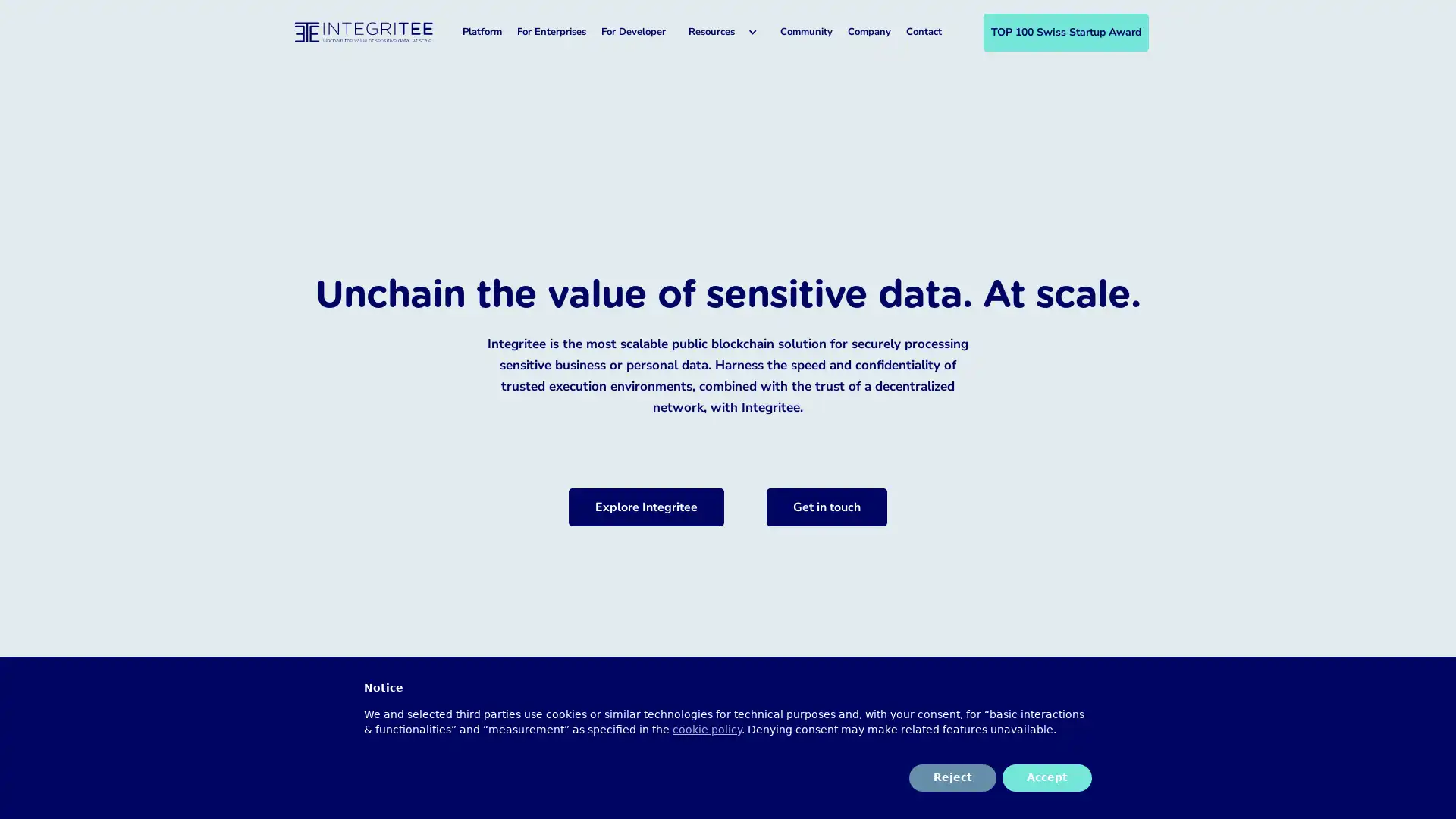  I want to click on Accept, so click(1046, 778).